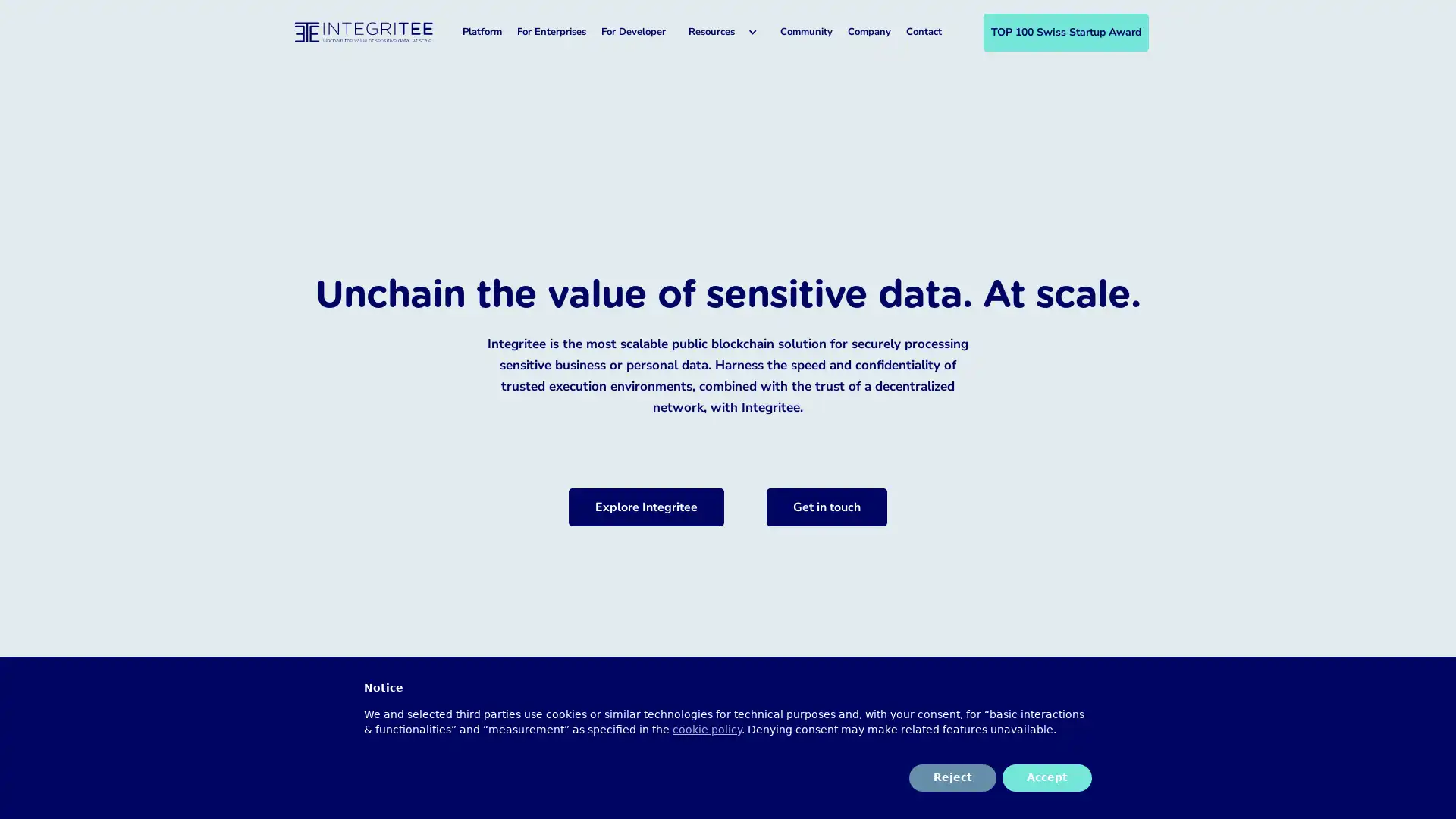  I want to click on Accept, so click(1046, 778).